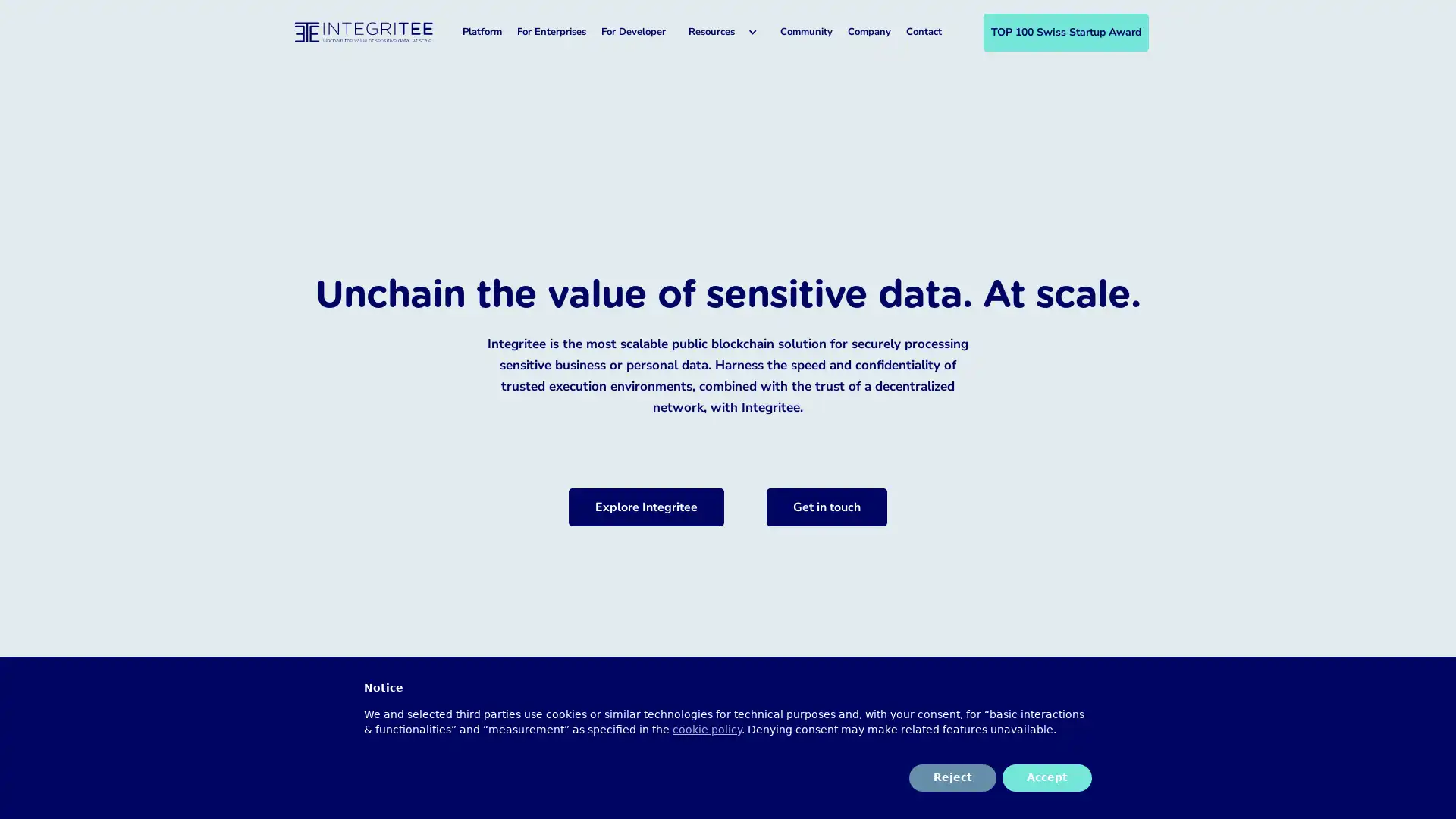  I want to click on Accept, so click(1046, 778).